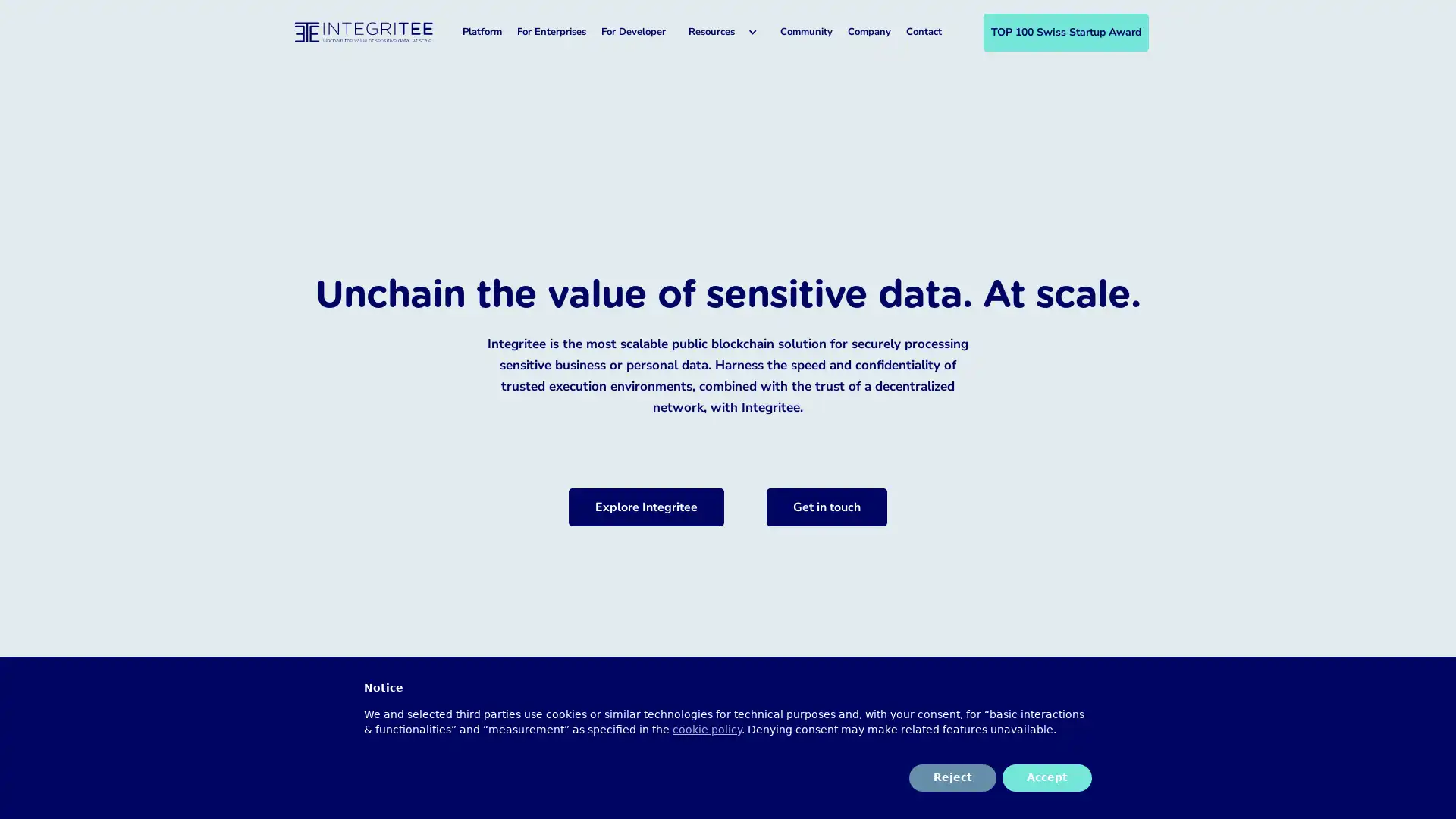  I want to click on Accept, so click(1046, 778).